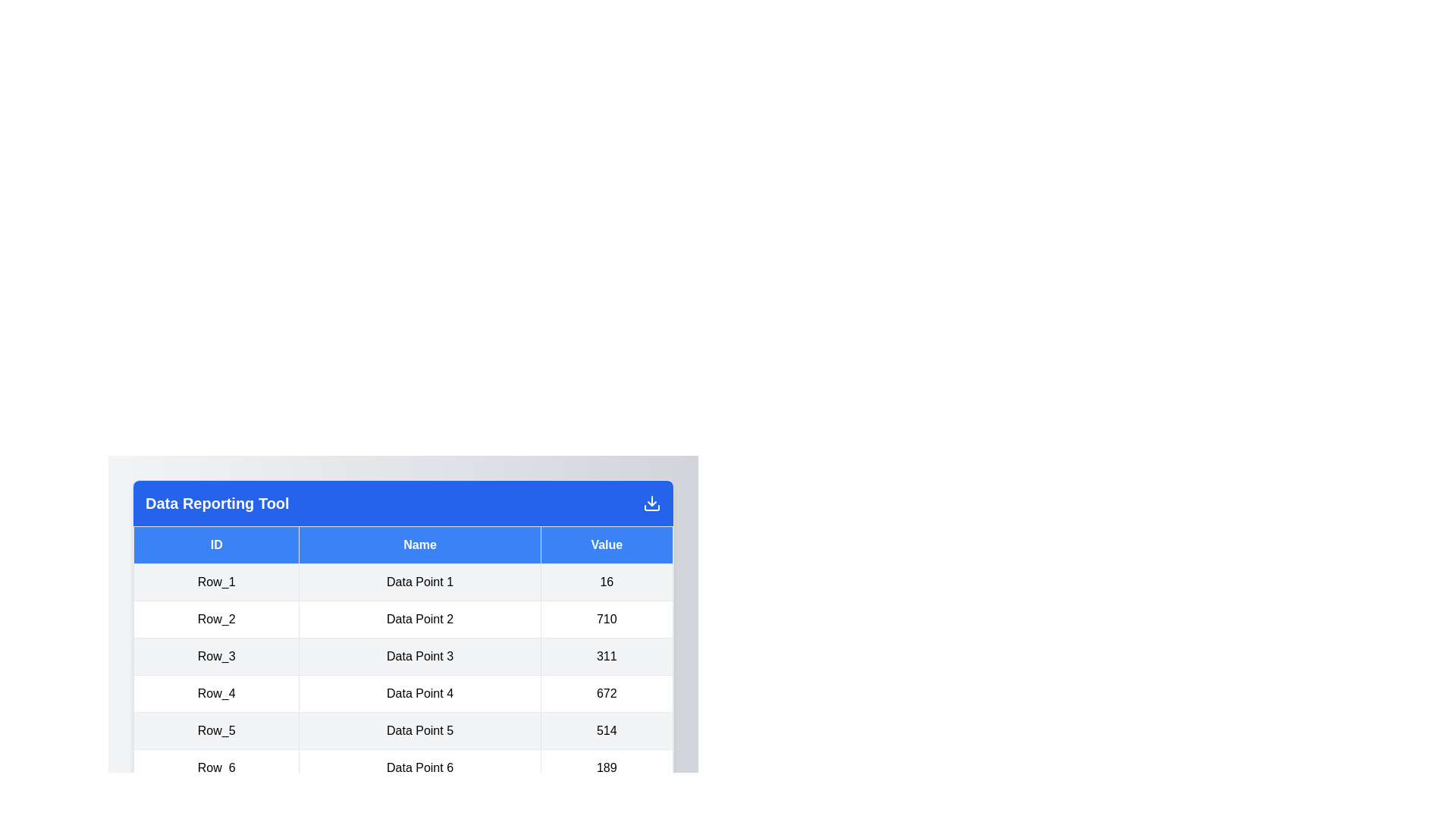  I want to click on the download button to initiate the download process, so click(651, 503).